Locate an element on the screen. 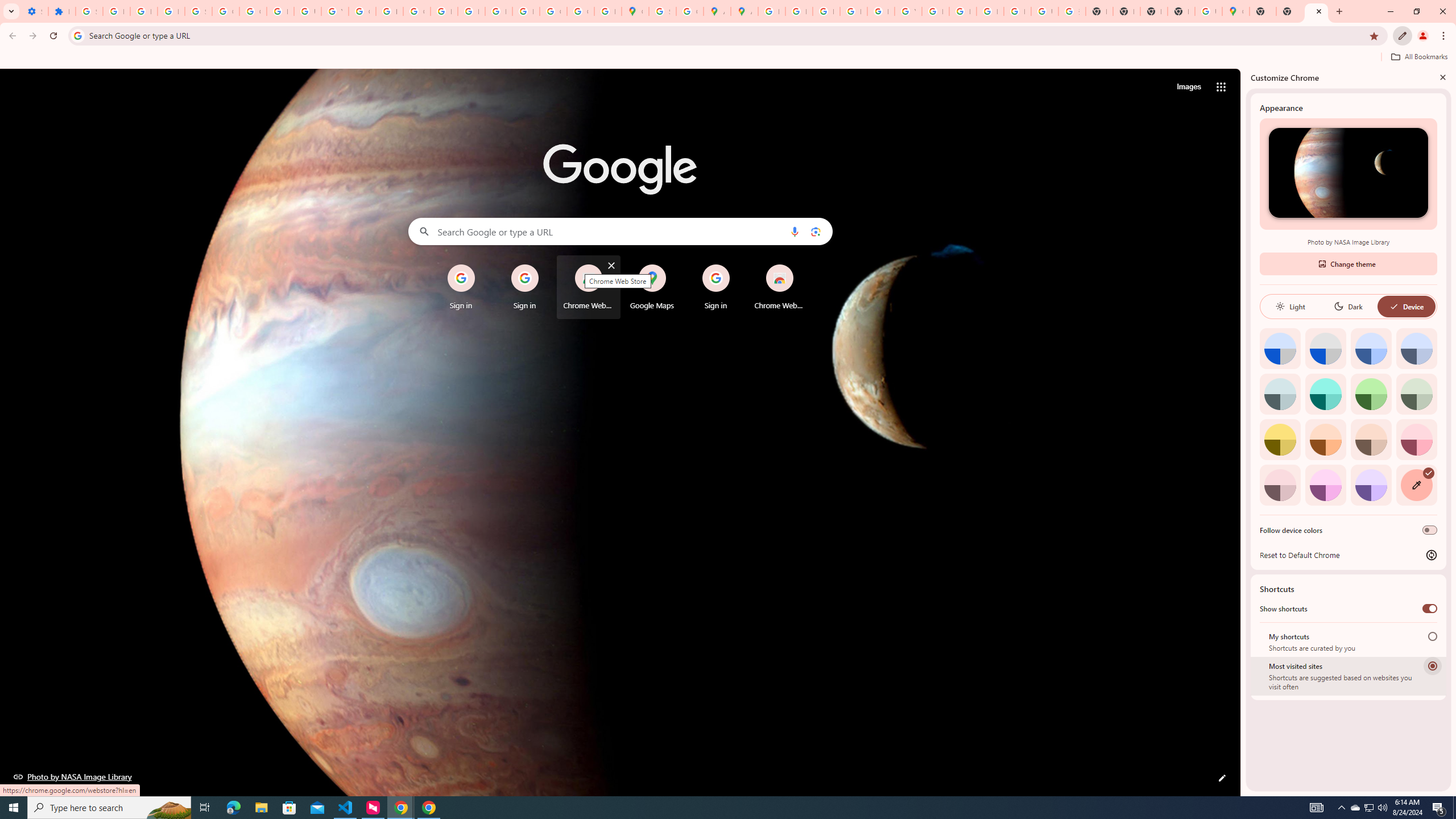 The image size is (1456, 819). 'https://scholar.google.com/' is located at coordinates (389, 11).